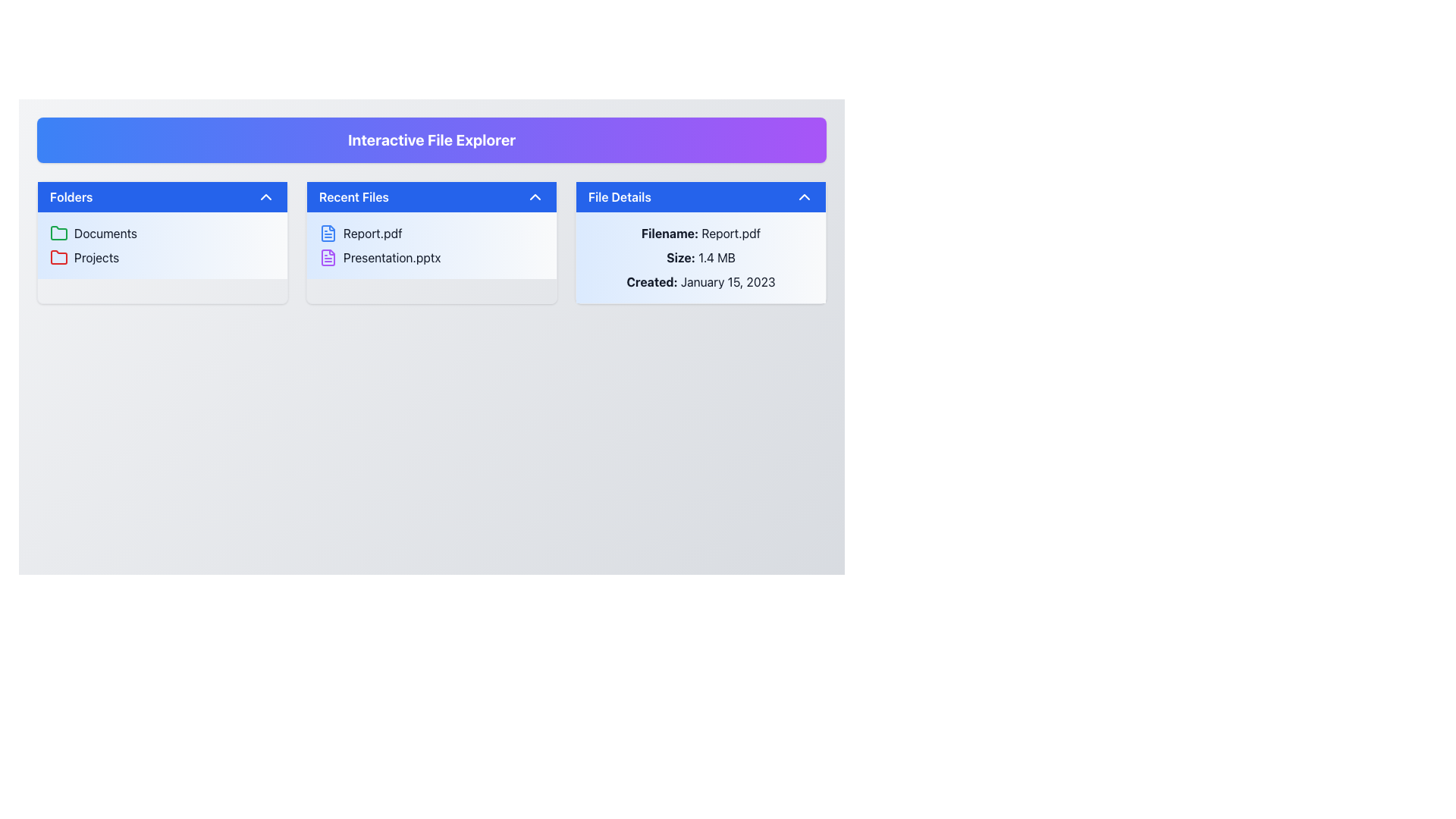  I want to click on the file name in the second position of the 'Recent Files' section, so click(431, 245).